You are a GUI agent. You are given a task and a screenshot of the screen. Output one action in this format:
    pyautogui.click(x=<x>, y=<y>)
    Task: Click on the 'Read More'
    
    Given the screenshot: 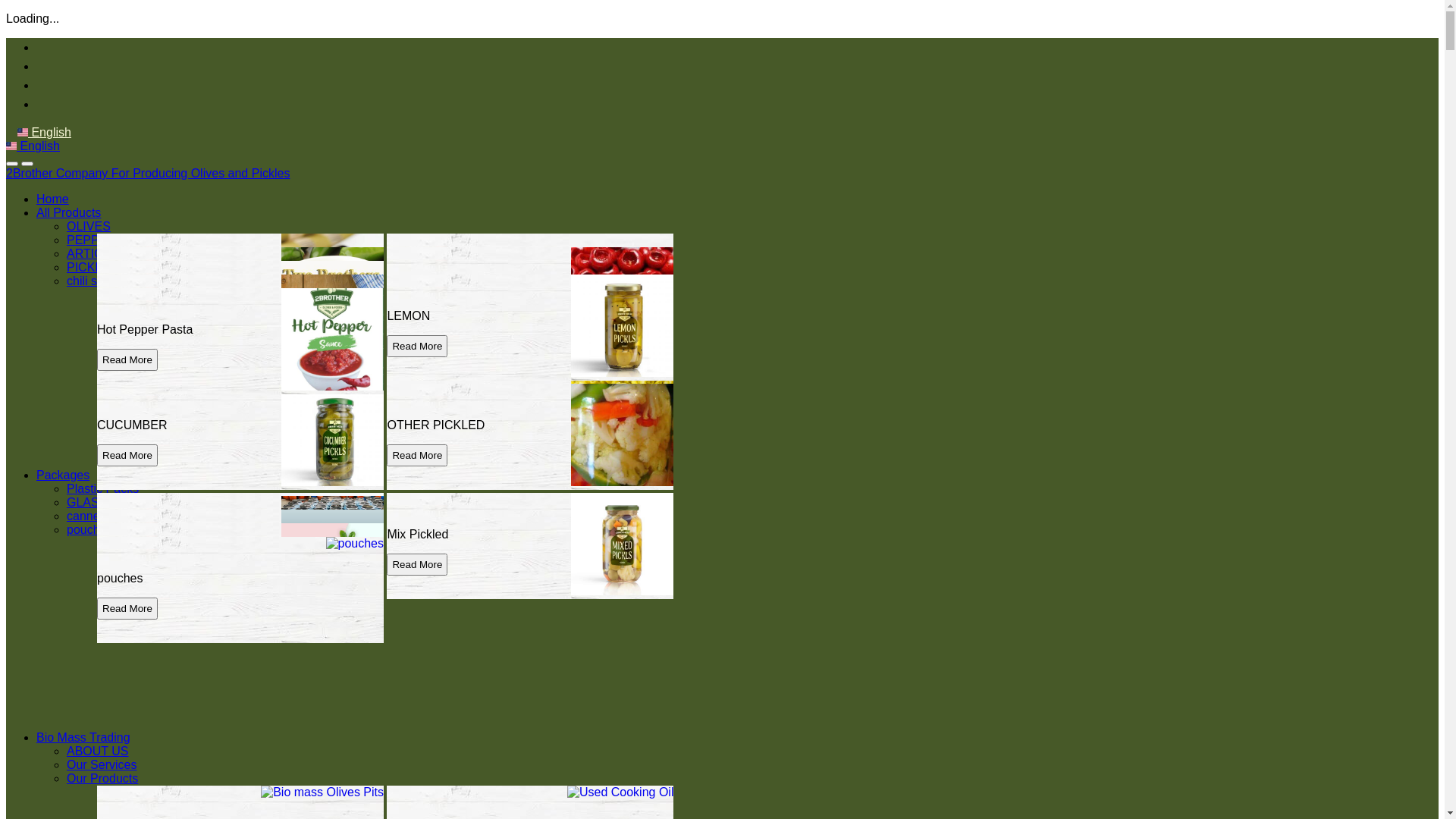 What is the action you would take?
    pyautogui.click(x=417, y=318)
    